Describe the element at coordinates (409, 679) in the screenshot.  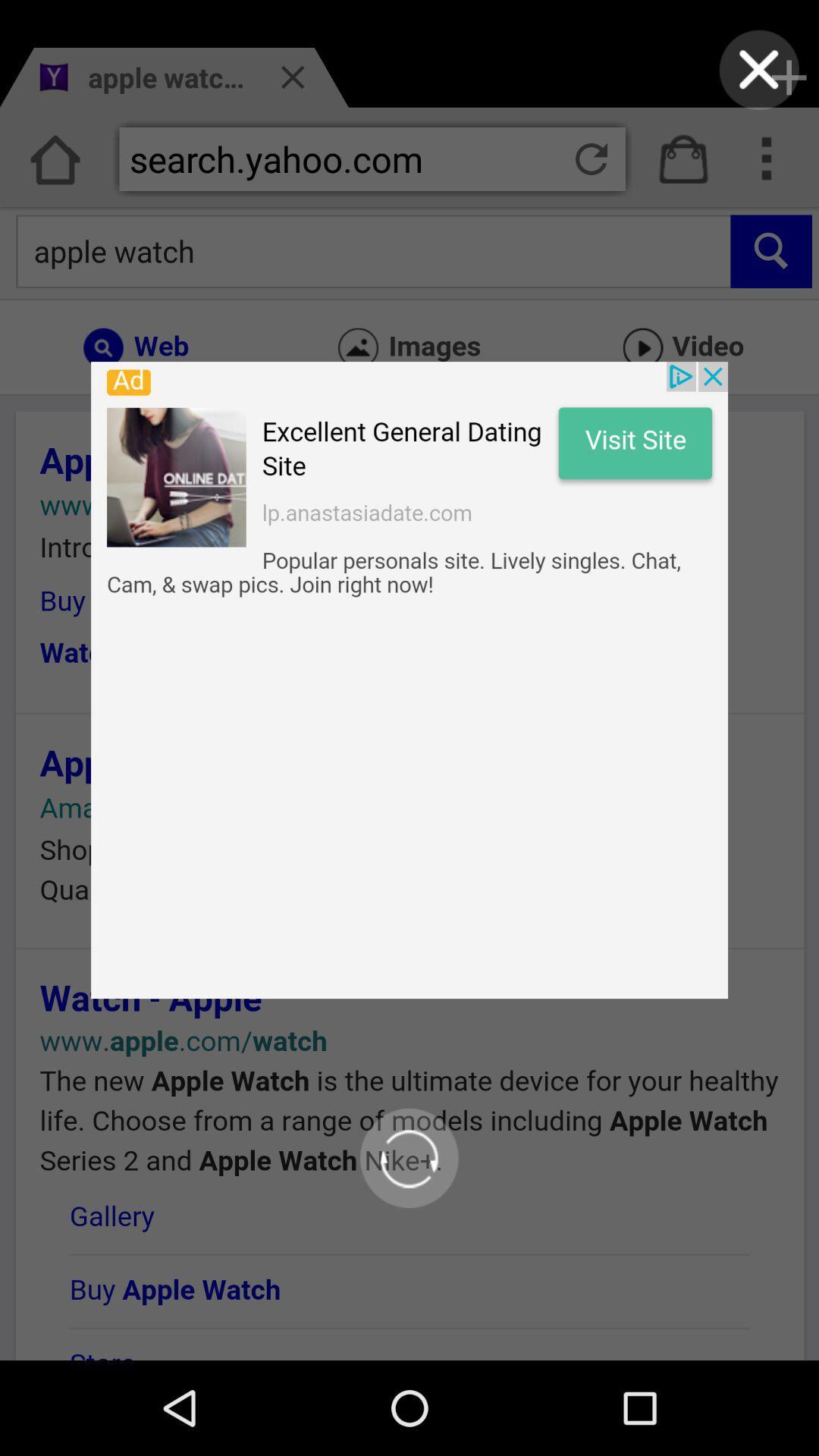
I see `google page` at that location.